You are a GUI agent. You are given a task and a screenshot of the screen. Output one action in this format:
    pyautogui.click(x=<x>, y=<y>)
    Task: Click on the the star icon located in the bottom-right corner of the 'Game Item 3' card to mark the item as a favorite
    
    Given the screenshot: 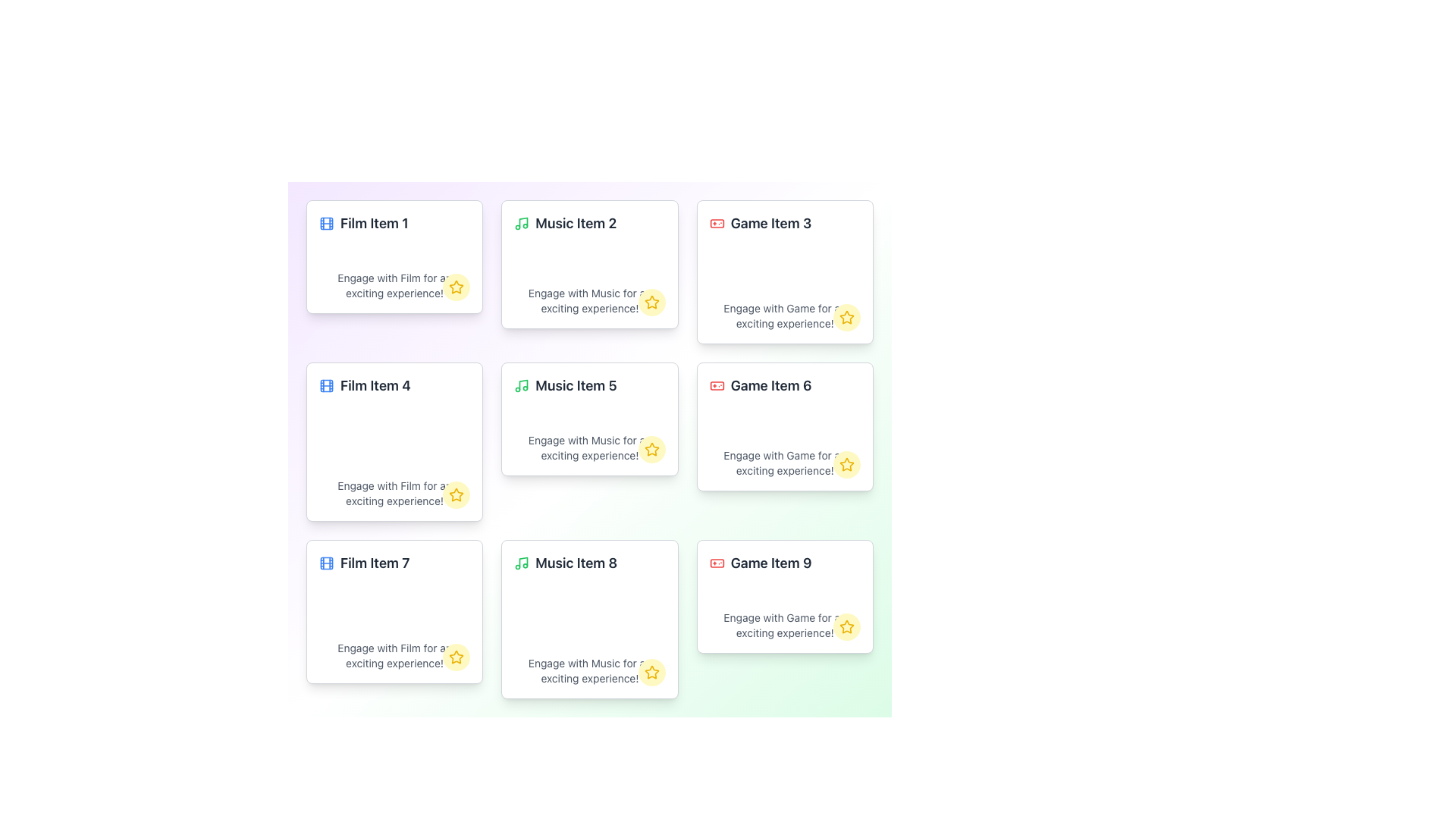 What is the action you would take?
    pyautogui.click(x=846, y=316)
    